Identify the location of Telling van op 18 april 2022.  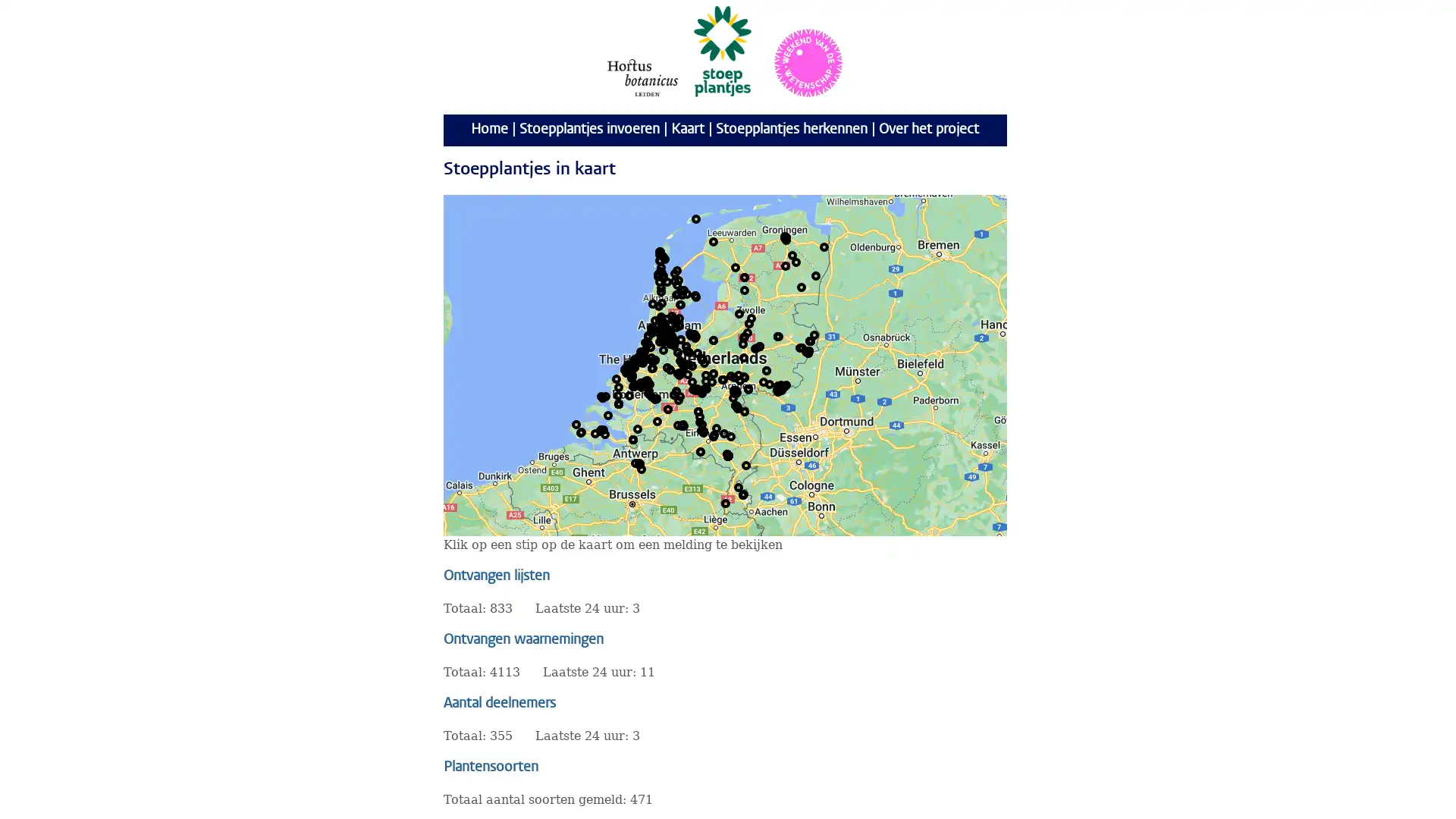
(651, 331).